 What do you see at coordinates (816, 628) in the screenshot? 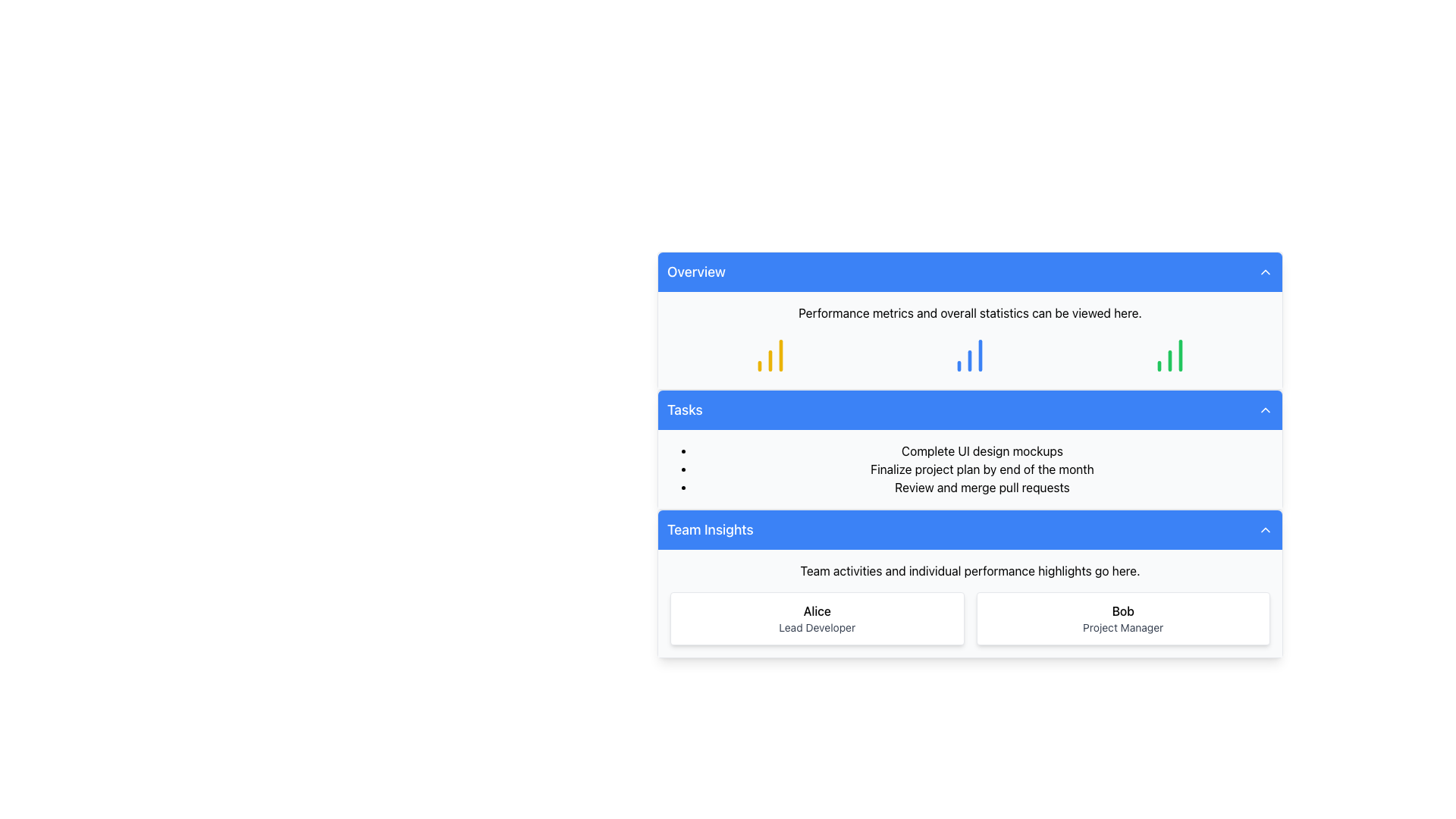
I see `the informational text displaying 'Lead Developer' located below 'Alice' in the 'Team Insights' panel` at bounding box center [816, 628].